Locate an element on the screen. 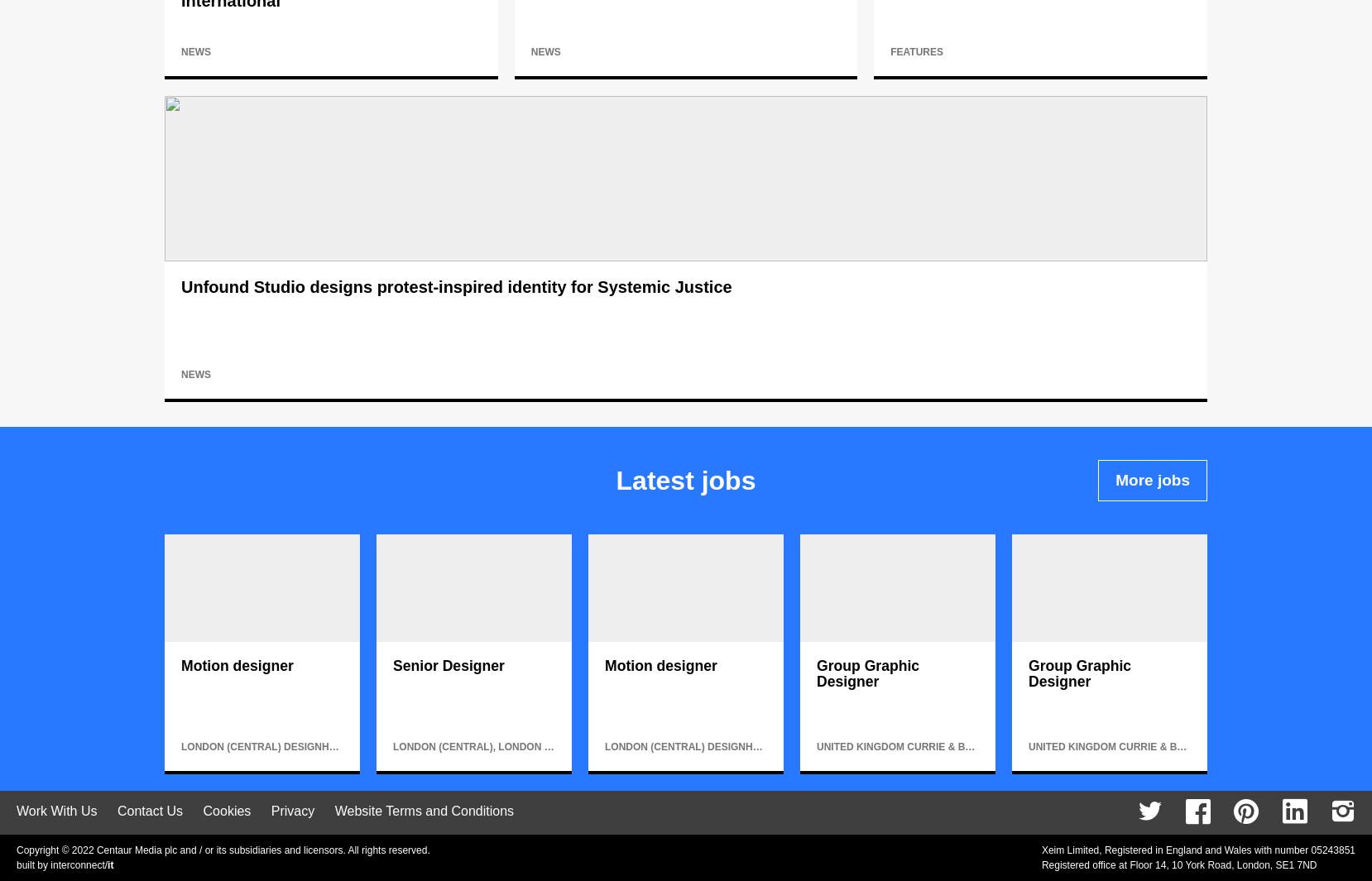 This screenshot has width=1372, height=881. 'it' is located at coordinates (109, 865).